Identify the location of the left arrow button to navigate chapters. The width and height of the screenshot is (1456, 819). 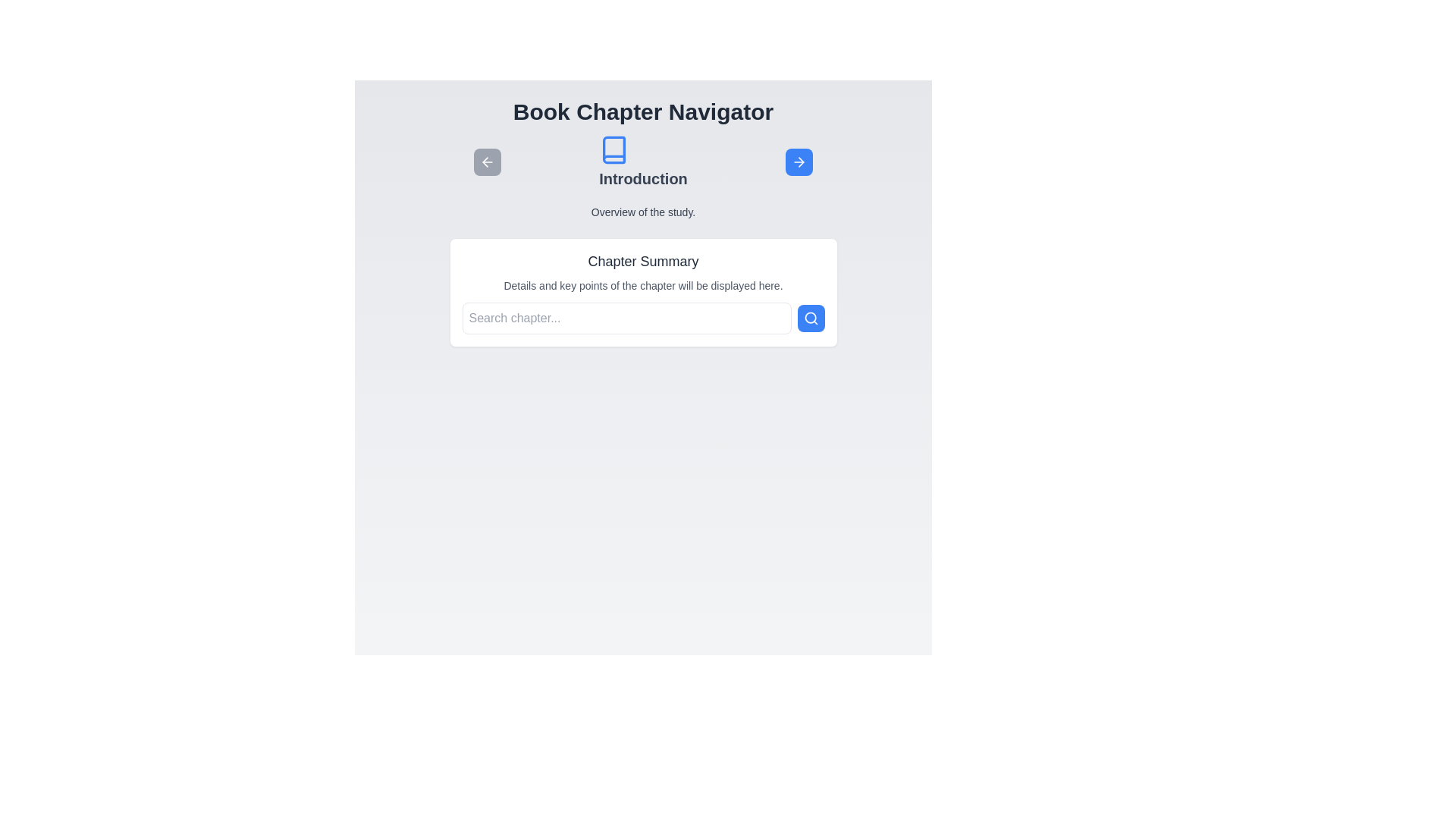
(487, 162).